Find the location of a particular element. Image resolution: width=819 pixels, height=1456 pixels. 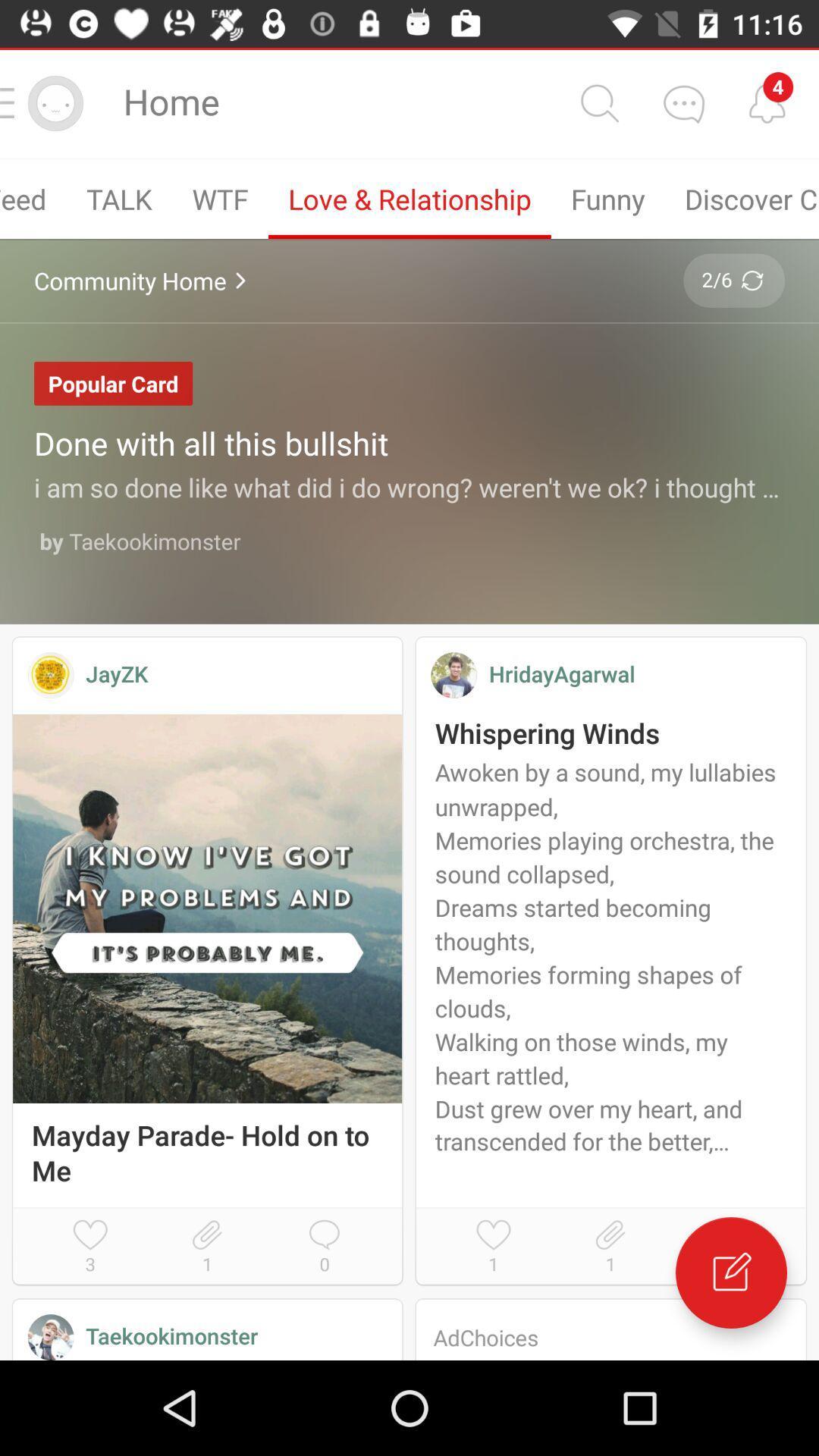

alerts is located at coordinates (767, 102).